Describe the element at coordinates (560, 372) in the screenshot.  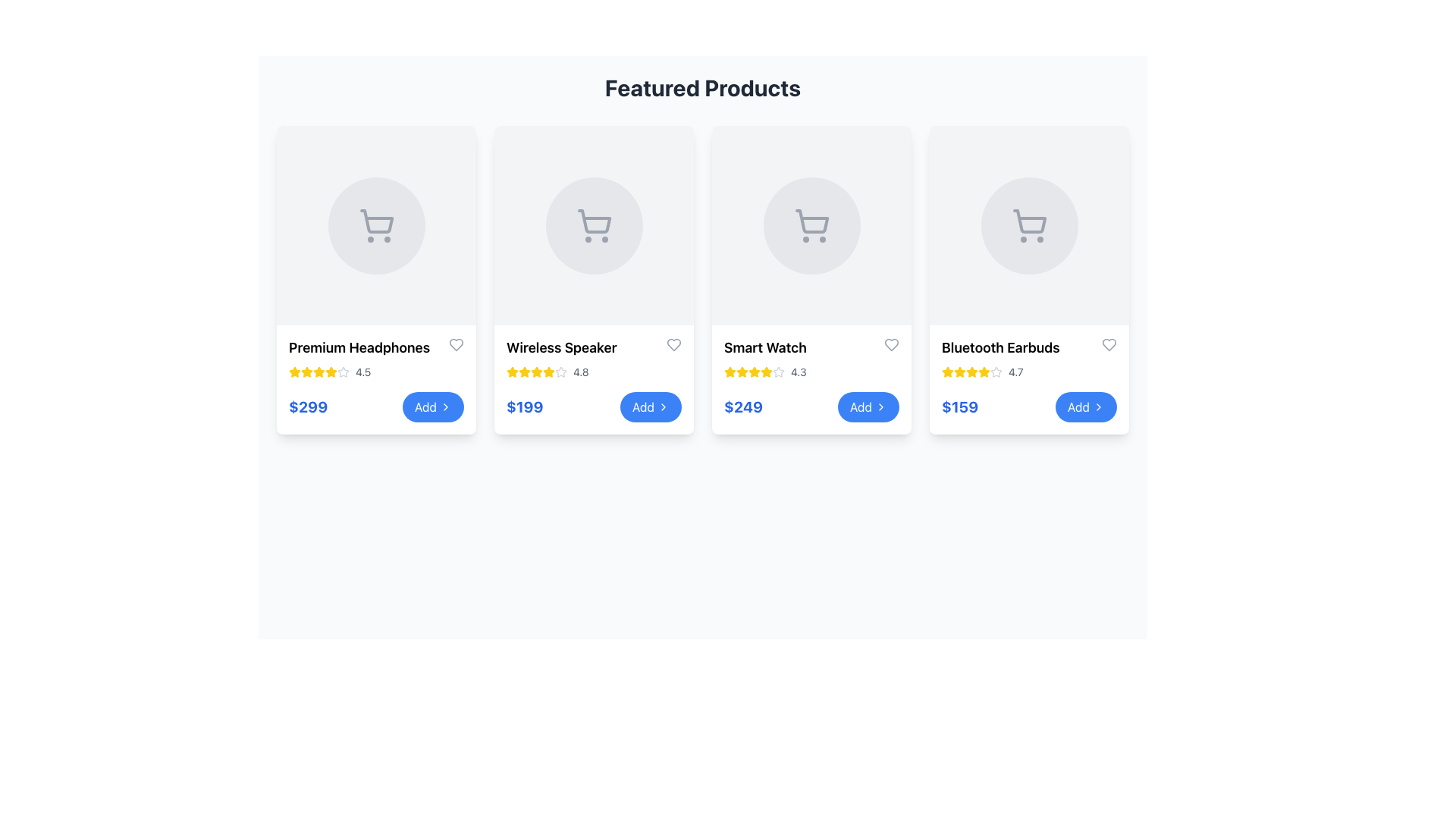
I see `the last star icon representing the unachieved portion of the 4.8 rating below the 'Wireless Speaker' product card in the 'Featured Products' section` at that location.